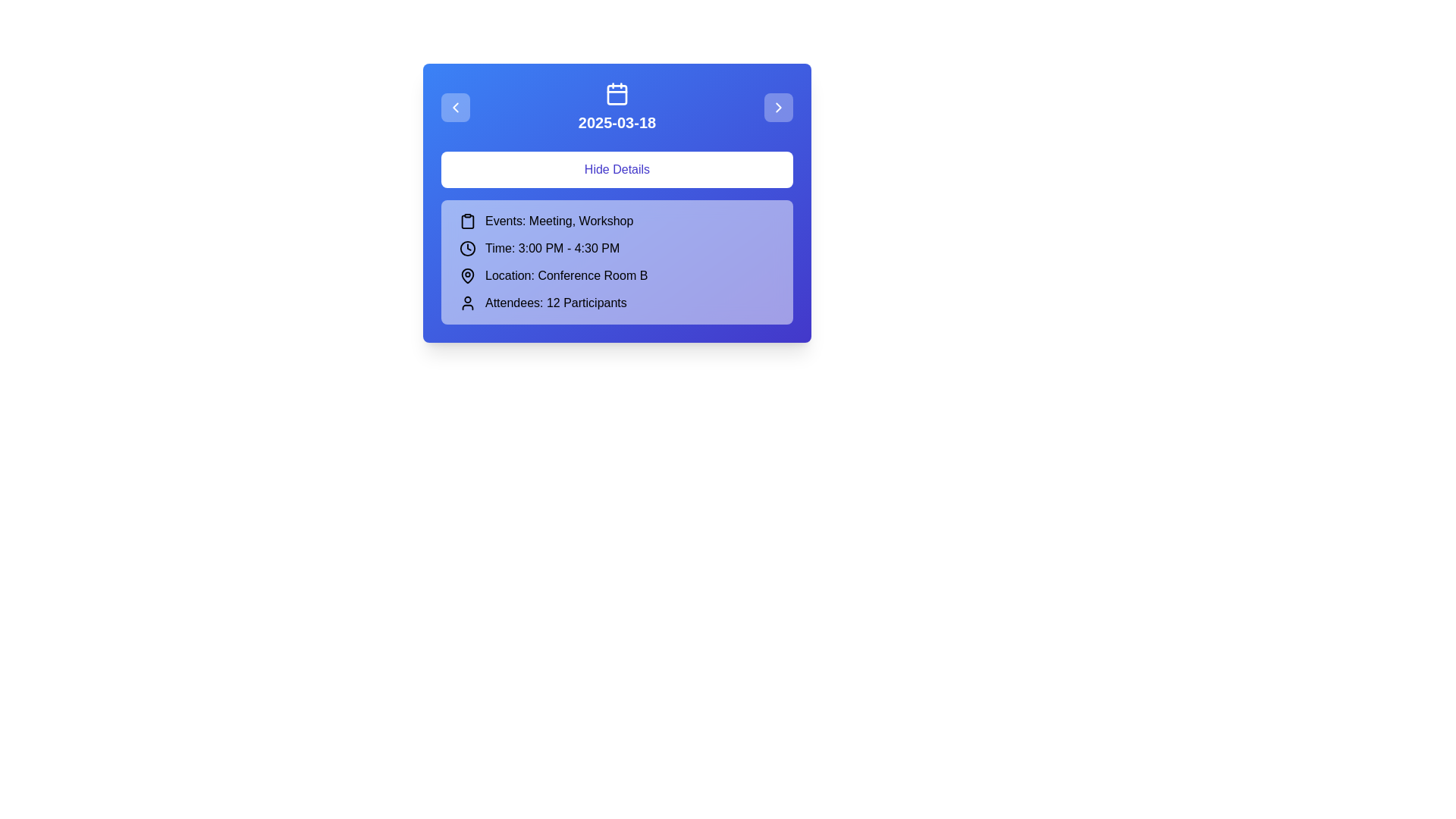 The height and width of the screenshot is (819, 1456). Describe the element at coordinates (558, 221) in the screenshot. I see `the Text label that provides information about scheduled events, specifically 'Meeting' and 'Workshop', located below the title '2025-03-18' and the button labeled 'Hide Details'` at that location.